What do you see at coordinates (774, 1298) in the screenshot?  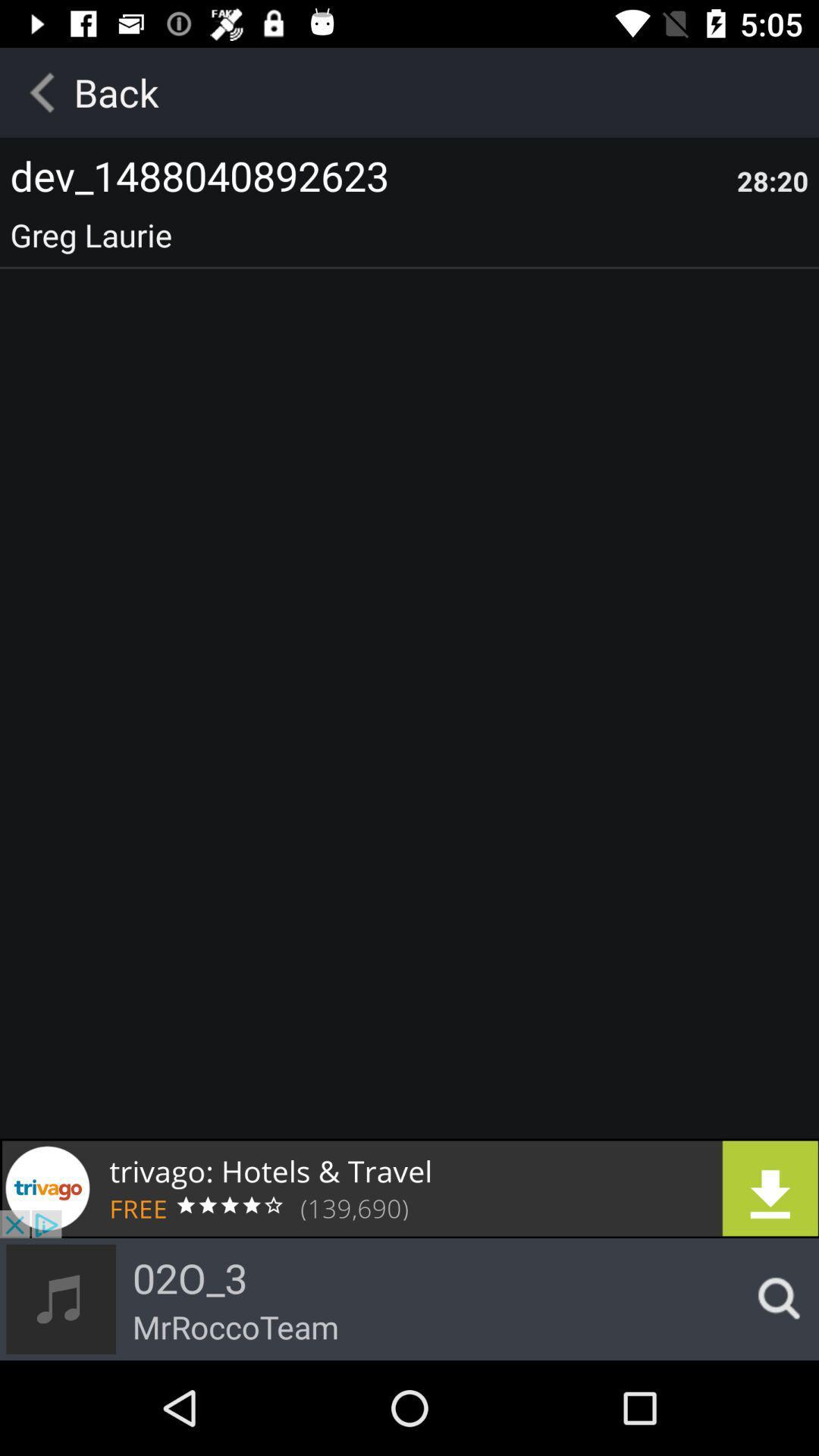 I see `search` at bounding box center [774, 1298].